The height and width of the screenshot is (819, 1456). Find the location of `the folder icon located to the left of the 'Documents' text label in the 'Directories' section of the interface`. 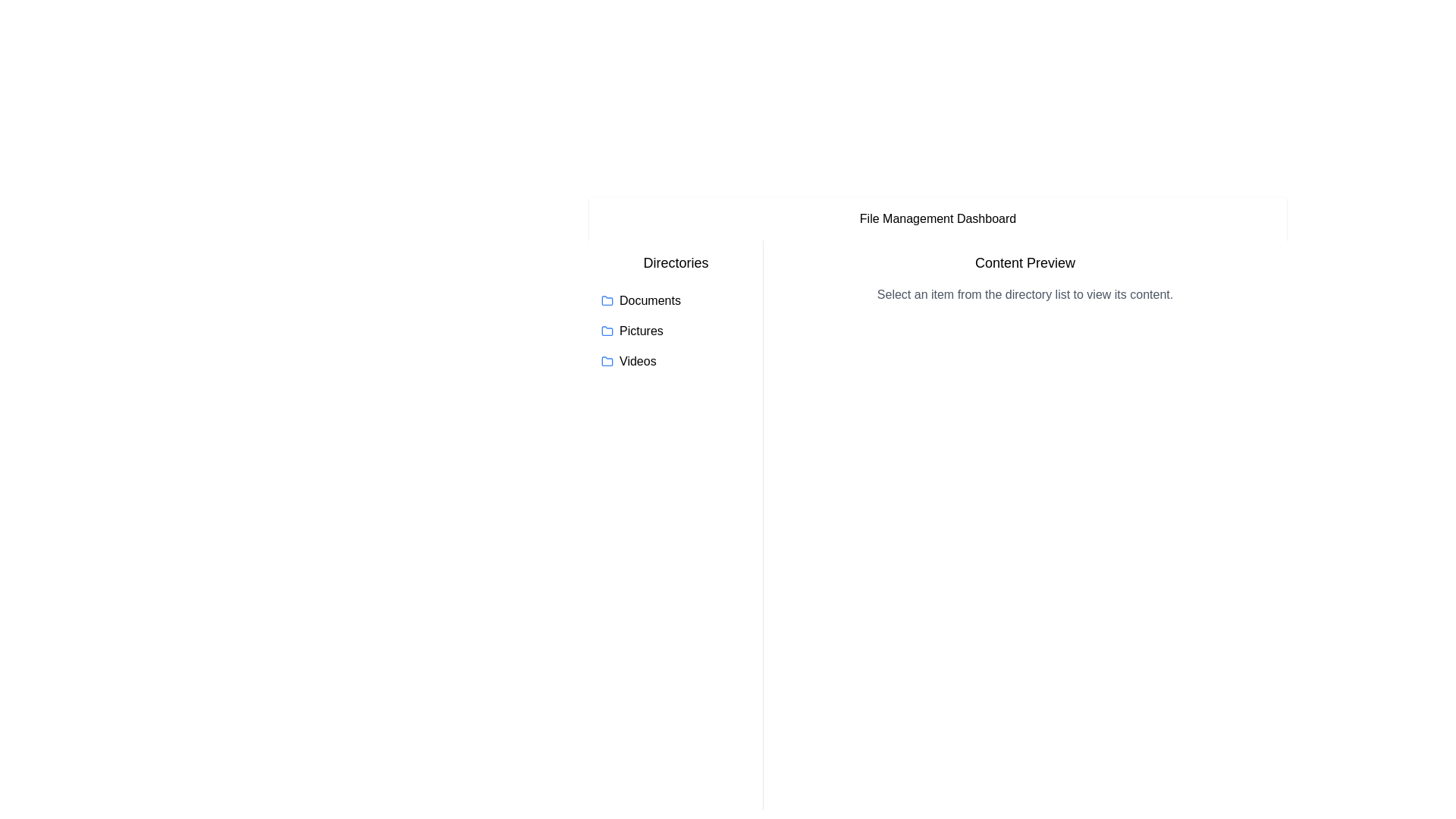

the folder icon located to the left of the 'Documents' text label in the 'Directories' section of the interface is located at coordinates (607, 301).